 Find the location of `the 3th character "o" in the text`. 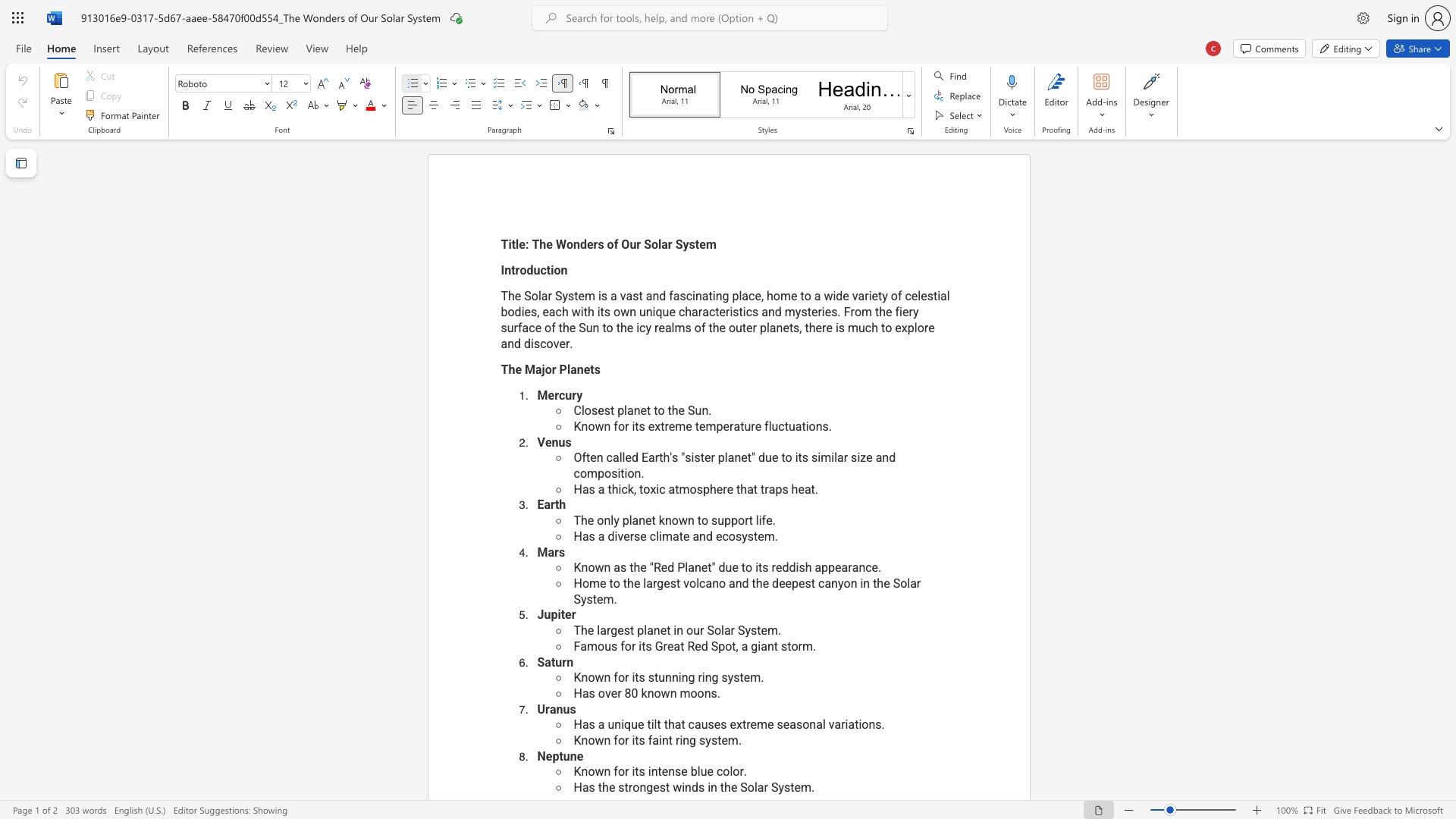

the 3th character "o" in the text is located at coordinates (728, 646).